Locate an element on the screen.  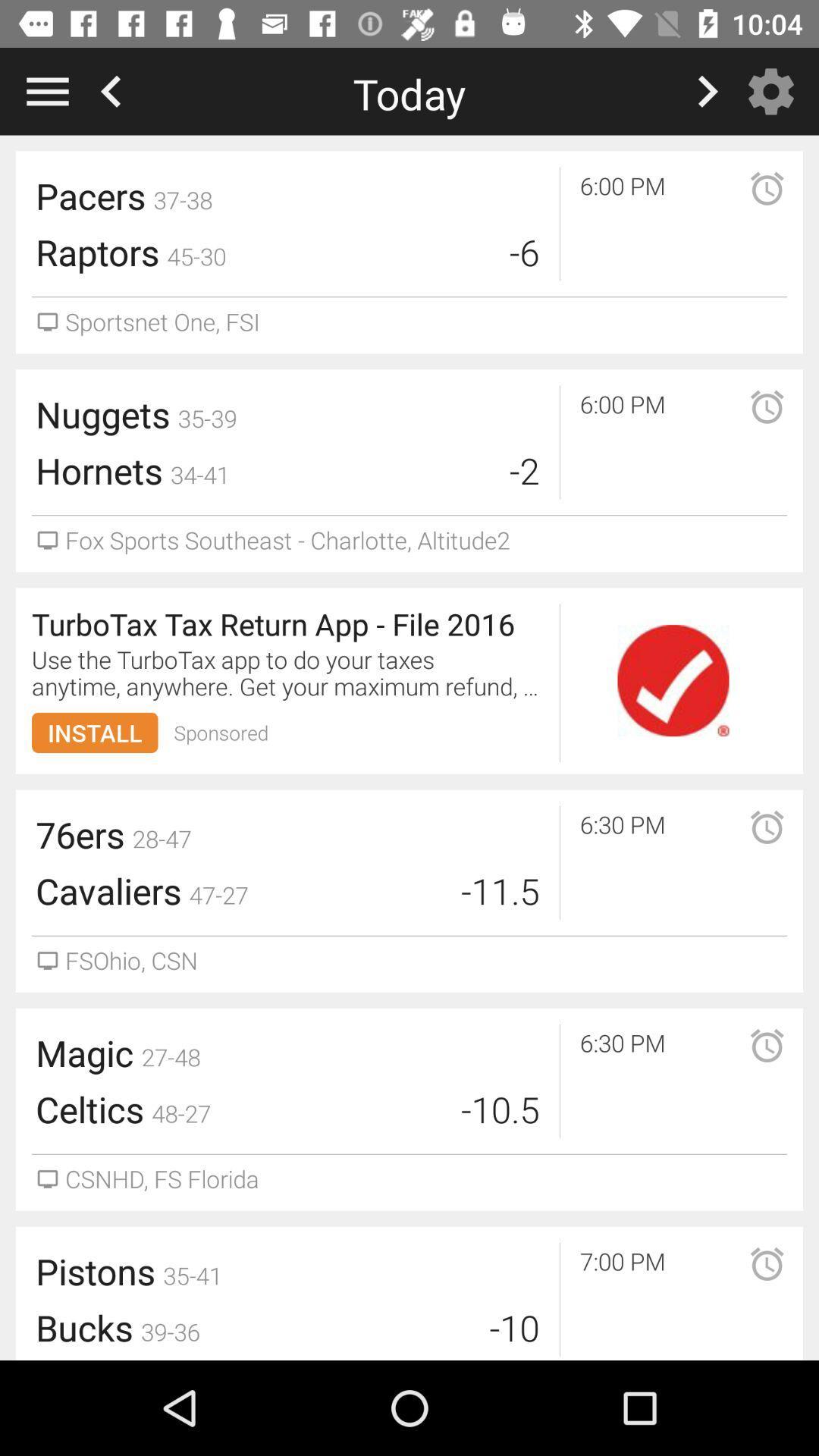
item to the right of today item is located at coordinates (775, 90).